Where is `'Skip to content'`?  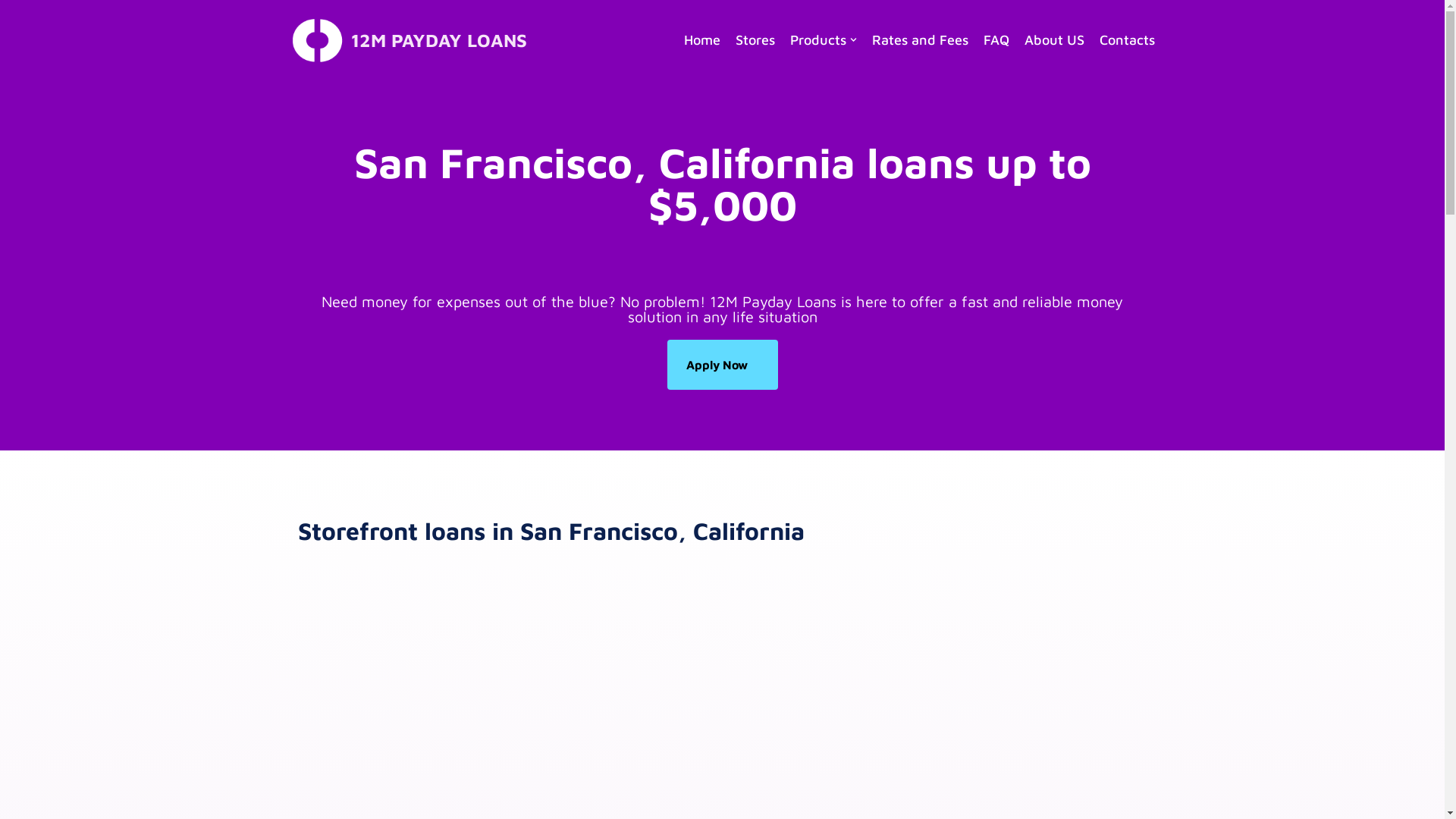 'Skip to content' is located at coordinates (0, 32).